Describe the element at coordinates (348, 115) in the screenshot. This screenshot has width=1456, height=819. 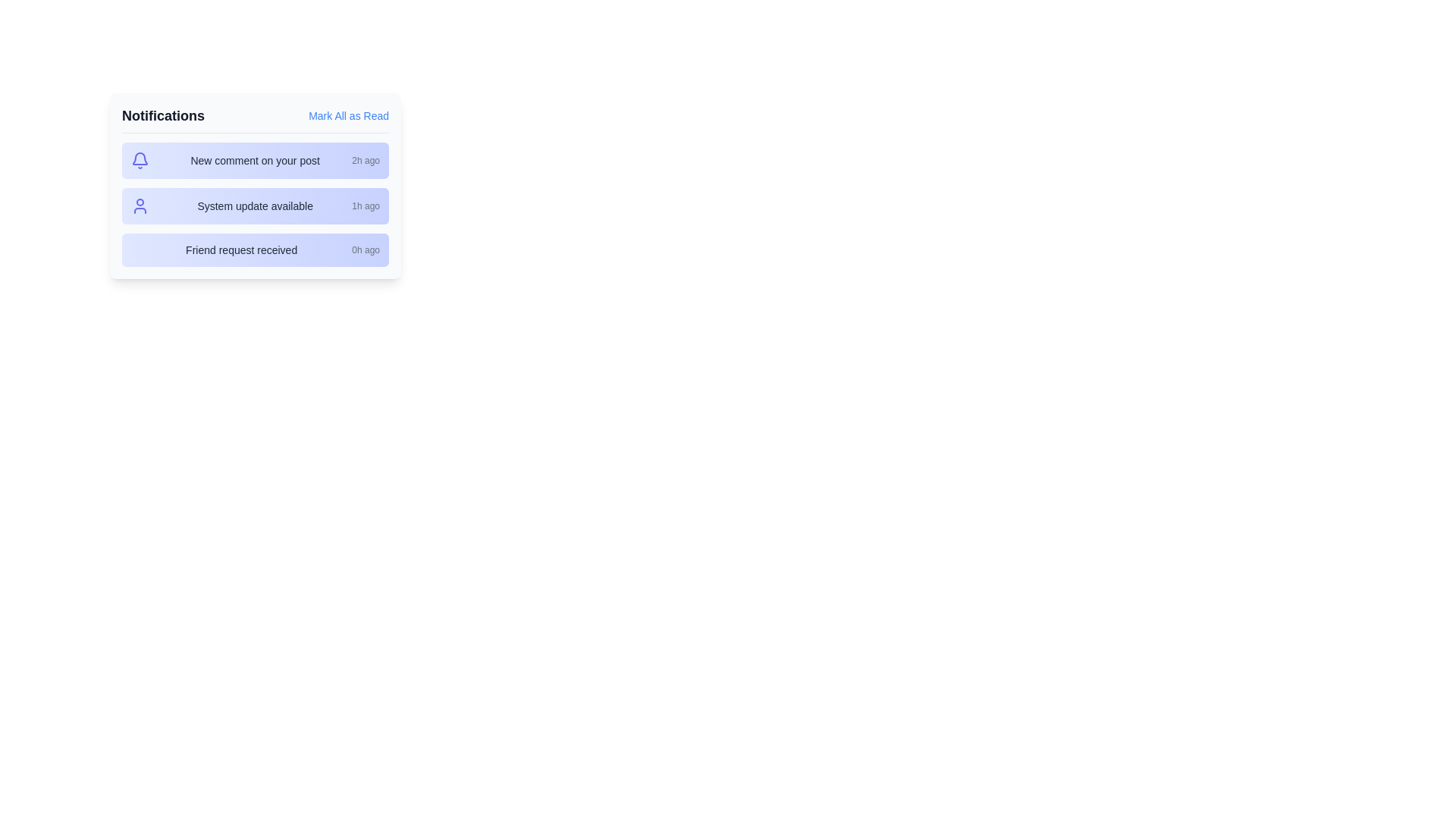
I see `the blue text link 'Mark All as Read' located in the top-right corner of the notifications panel to mark notifications as read` at that location.